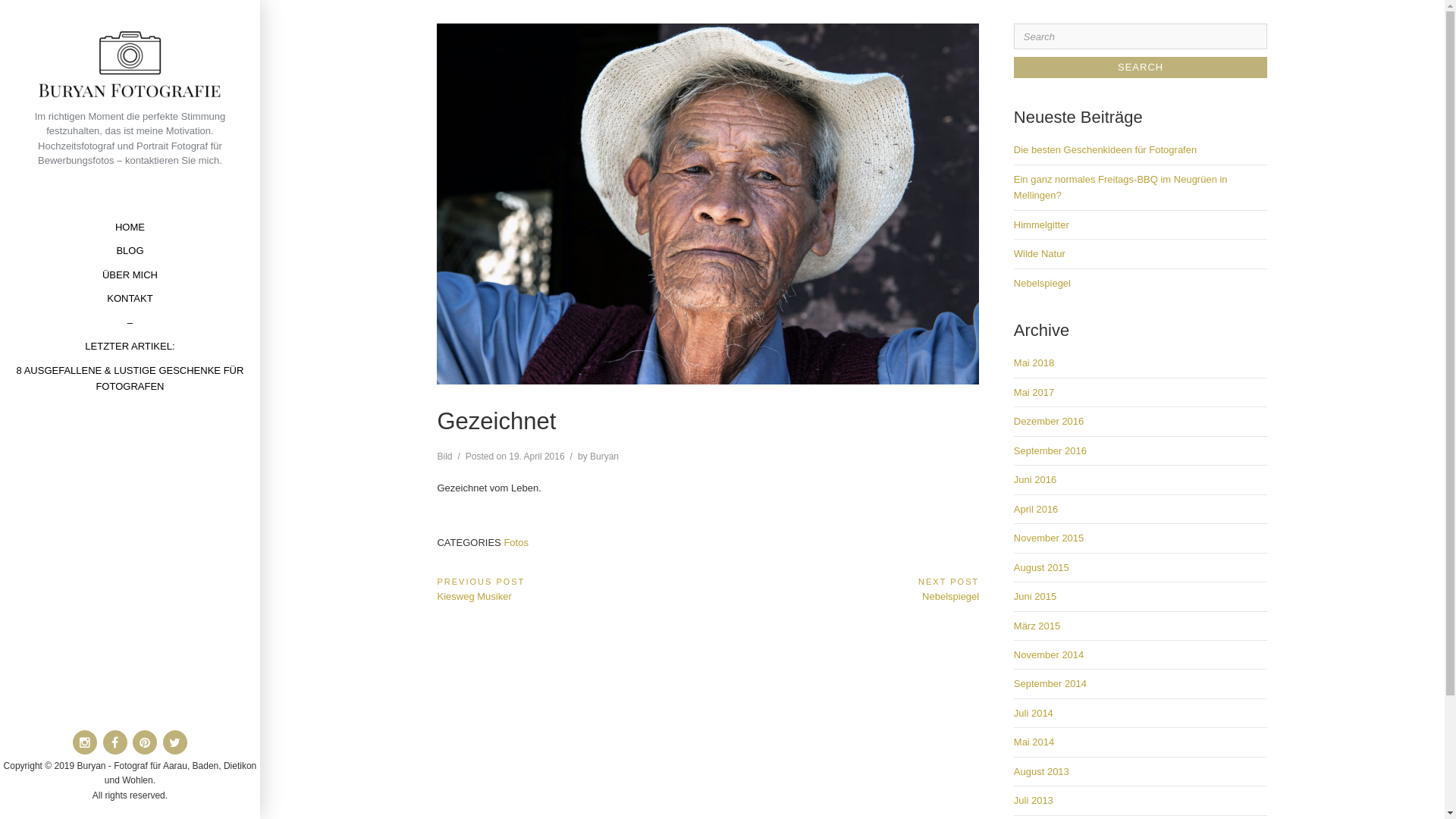 This screenshot has width=1456, height=819. What do you see at coordinates (1040, 567) in the screenshot?
I see `'August 2015'` at bounding box center [1040, 567].